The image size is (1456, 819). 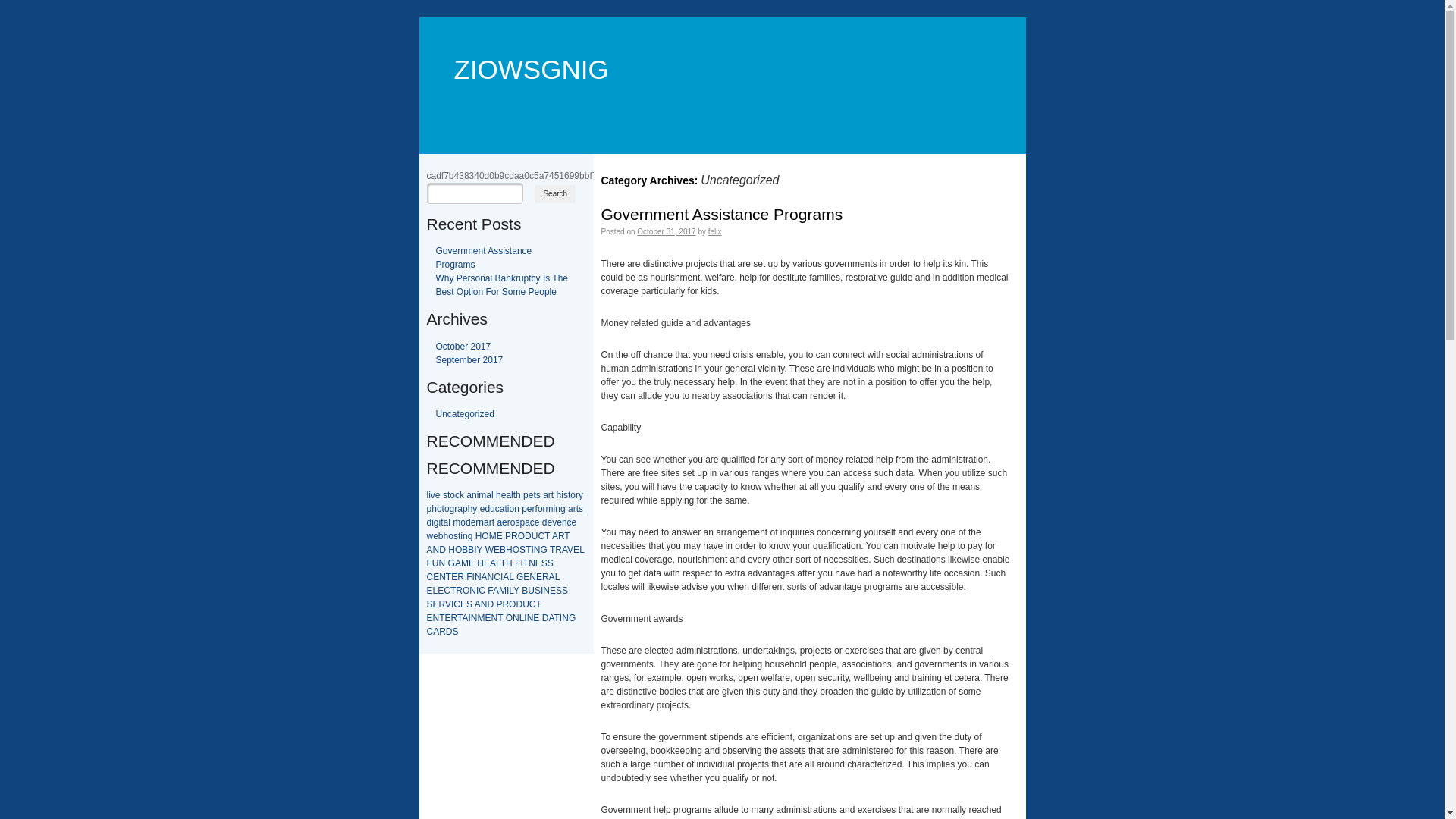 I want to click on 'y', so click(x=580, y=494).